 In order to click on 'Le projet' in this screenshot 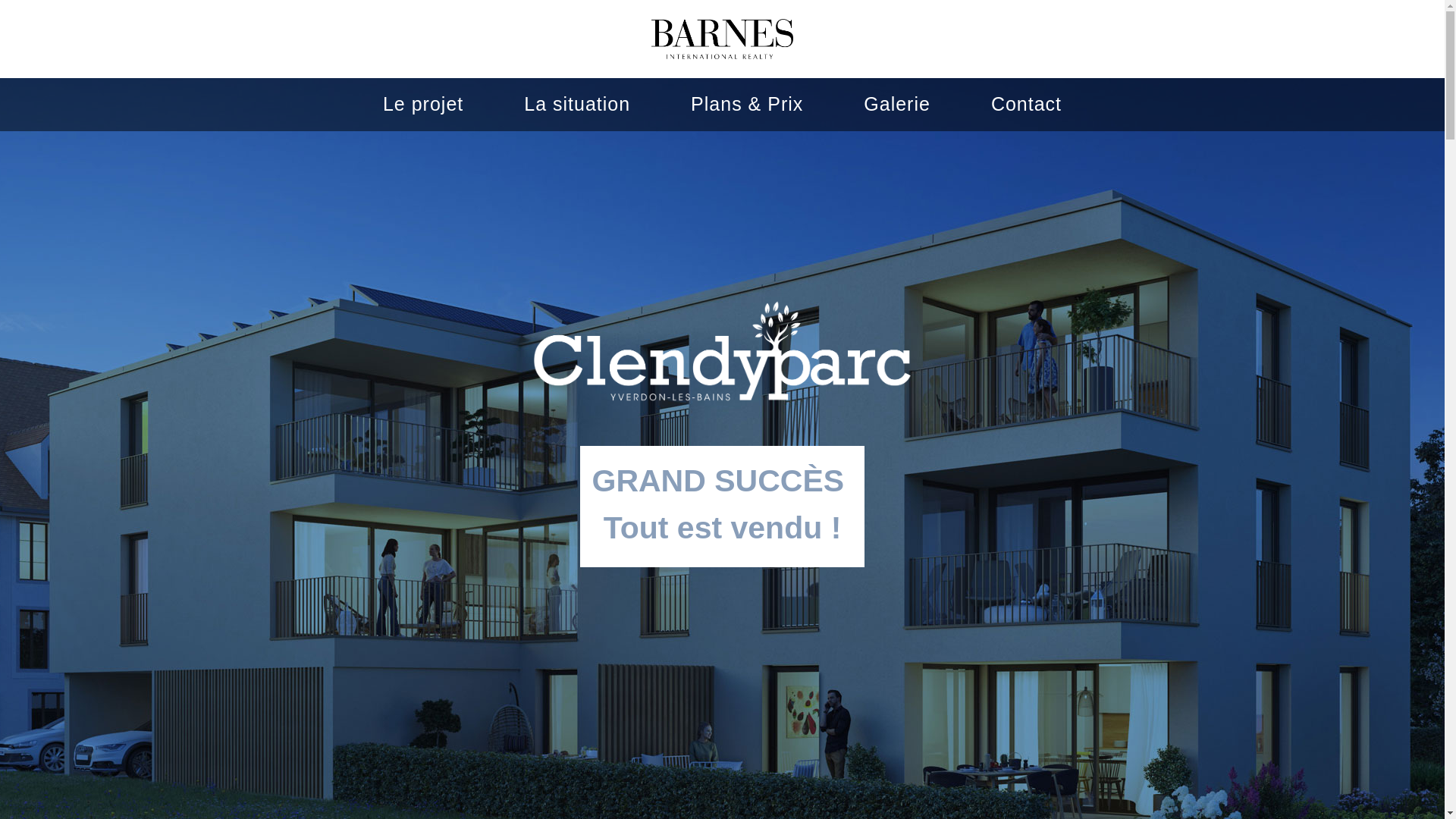, I will do `click(422, 103)`.